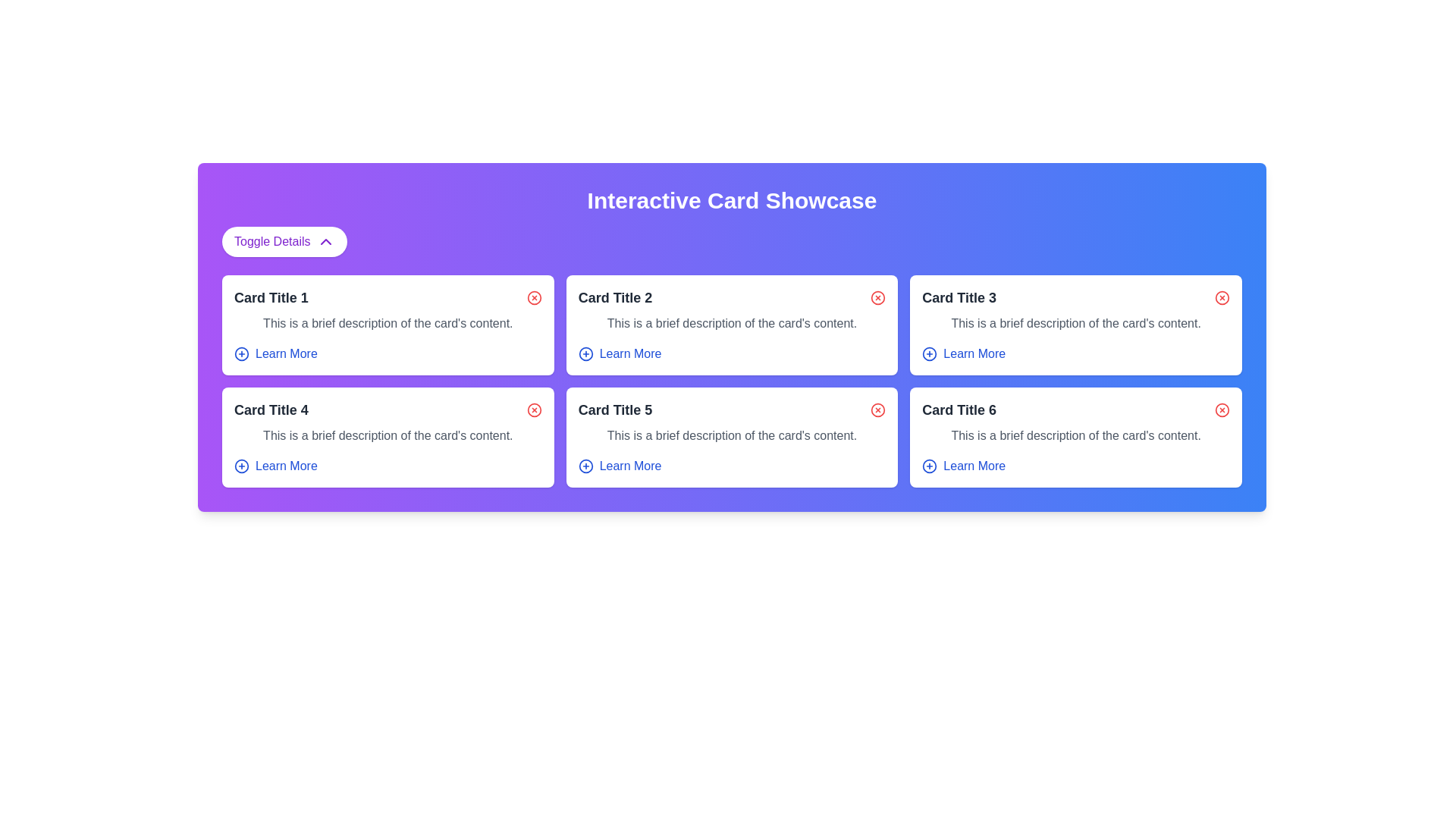  Describe the element at coordinates (240, 465) in the screenshot. I see `the circular icon located at the bottom-left corner of the 'Card Title 4' card, which is positioned above the 'Learn More' text link` at that location.